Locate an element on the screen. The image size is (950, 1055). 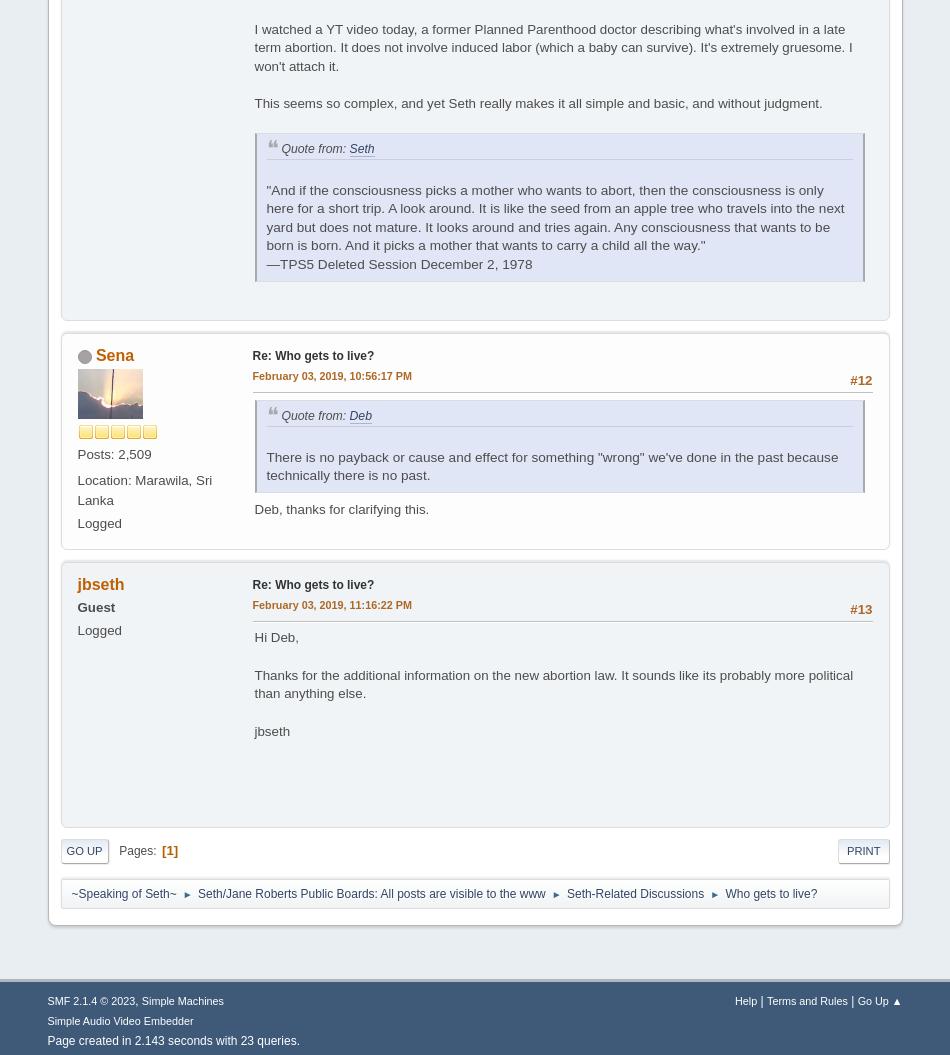
',' is located at coordinates (138, 999).